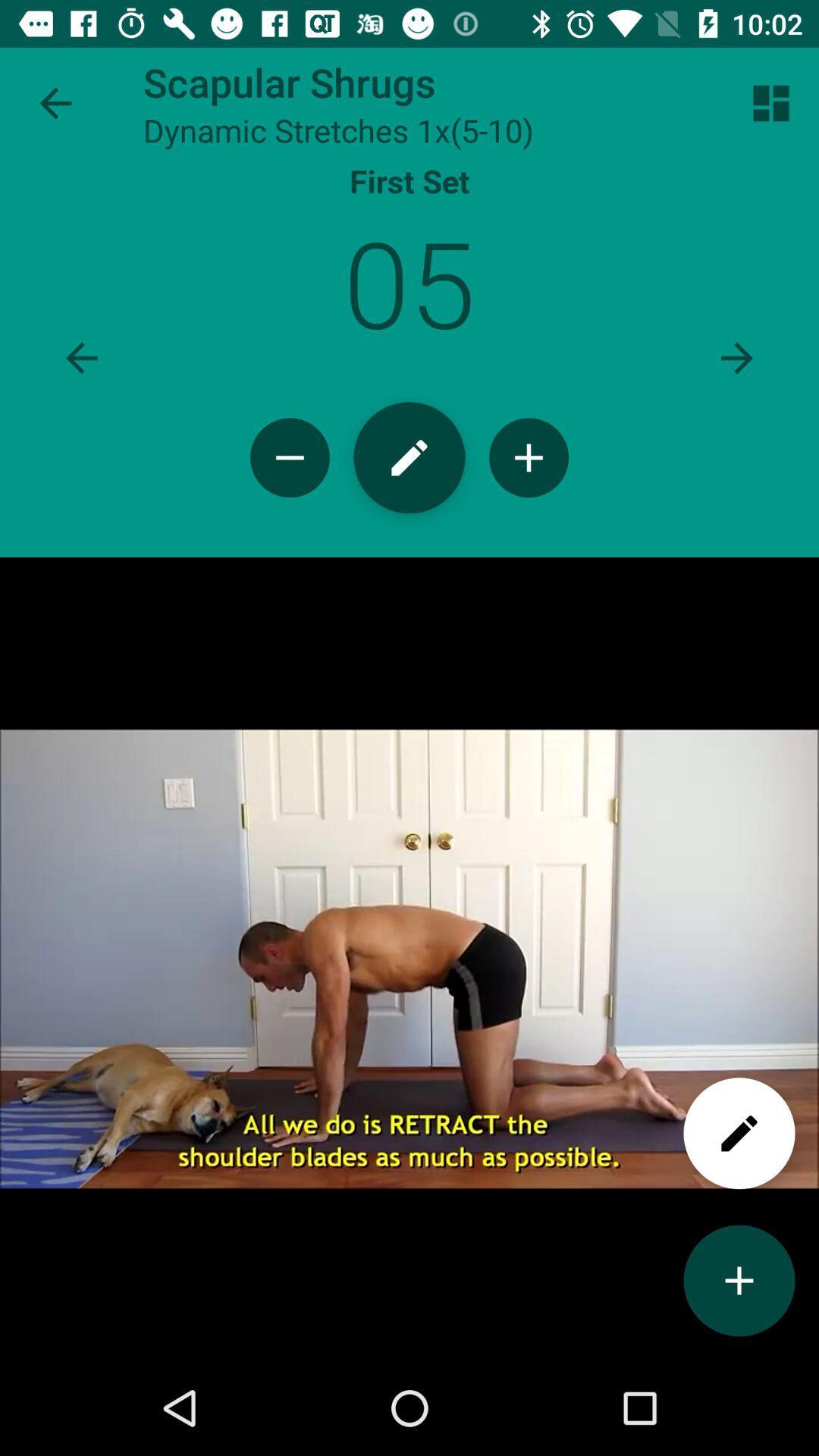 The width and height of the screenshot is (819, 1456). What do you see at coordinates (739, 1212) in the screenshot?
I see `the edit icon` at bounding box center [739, 1212].